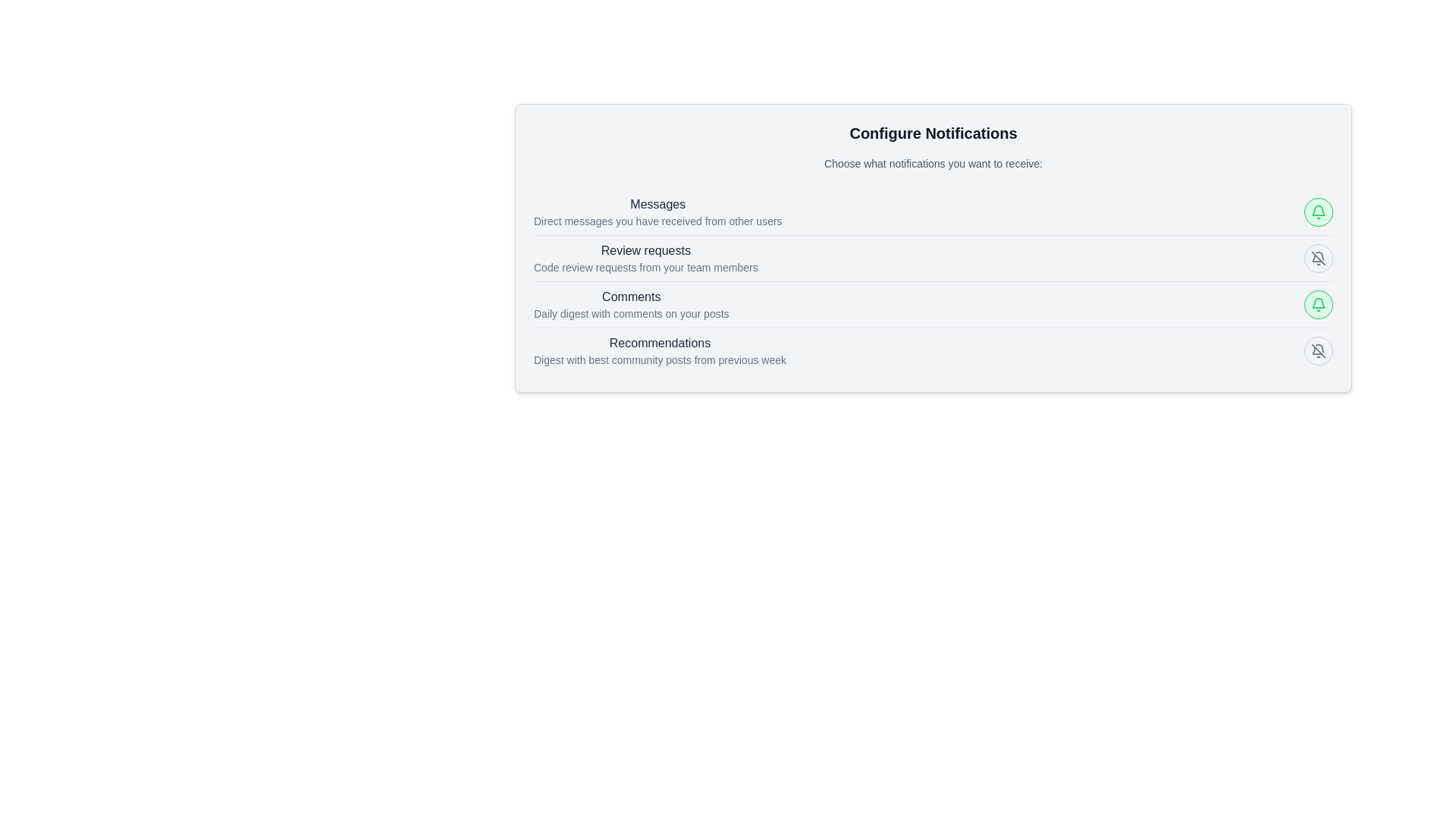 The image size is (1456, 819). I want to click on the informational text located beneath the 'Messages' header in the 'Configure Notifications' section of the notification settings interface, so click(657, 221).